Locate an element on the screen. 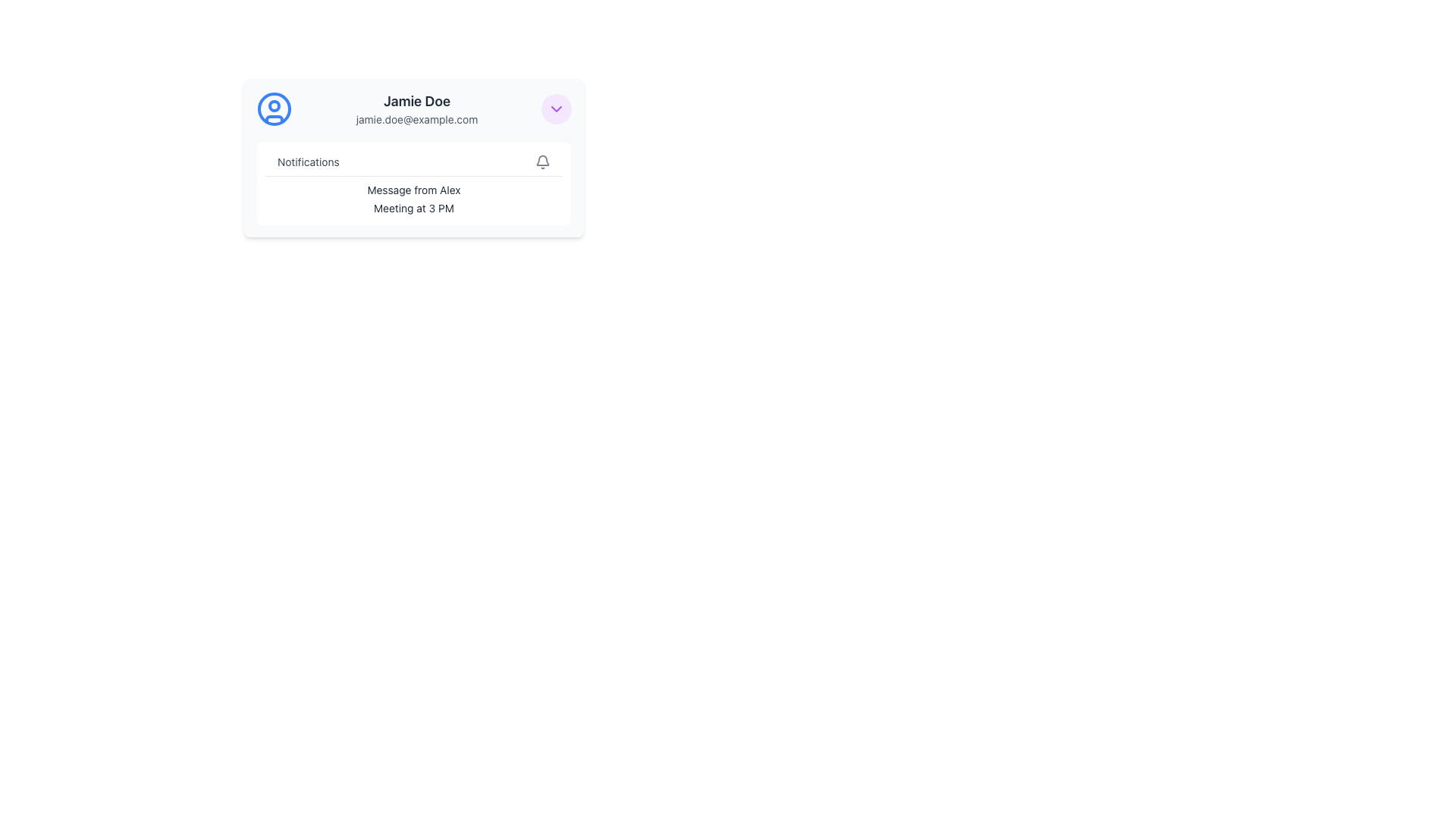 This screenshot has height=819, width=1456. the downward-oriented purple chevron icon at the top-right corner of the user card is located at coordinates (556, 108).